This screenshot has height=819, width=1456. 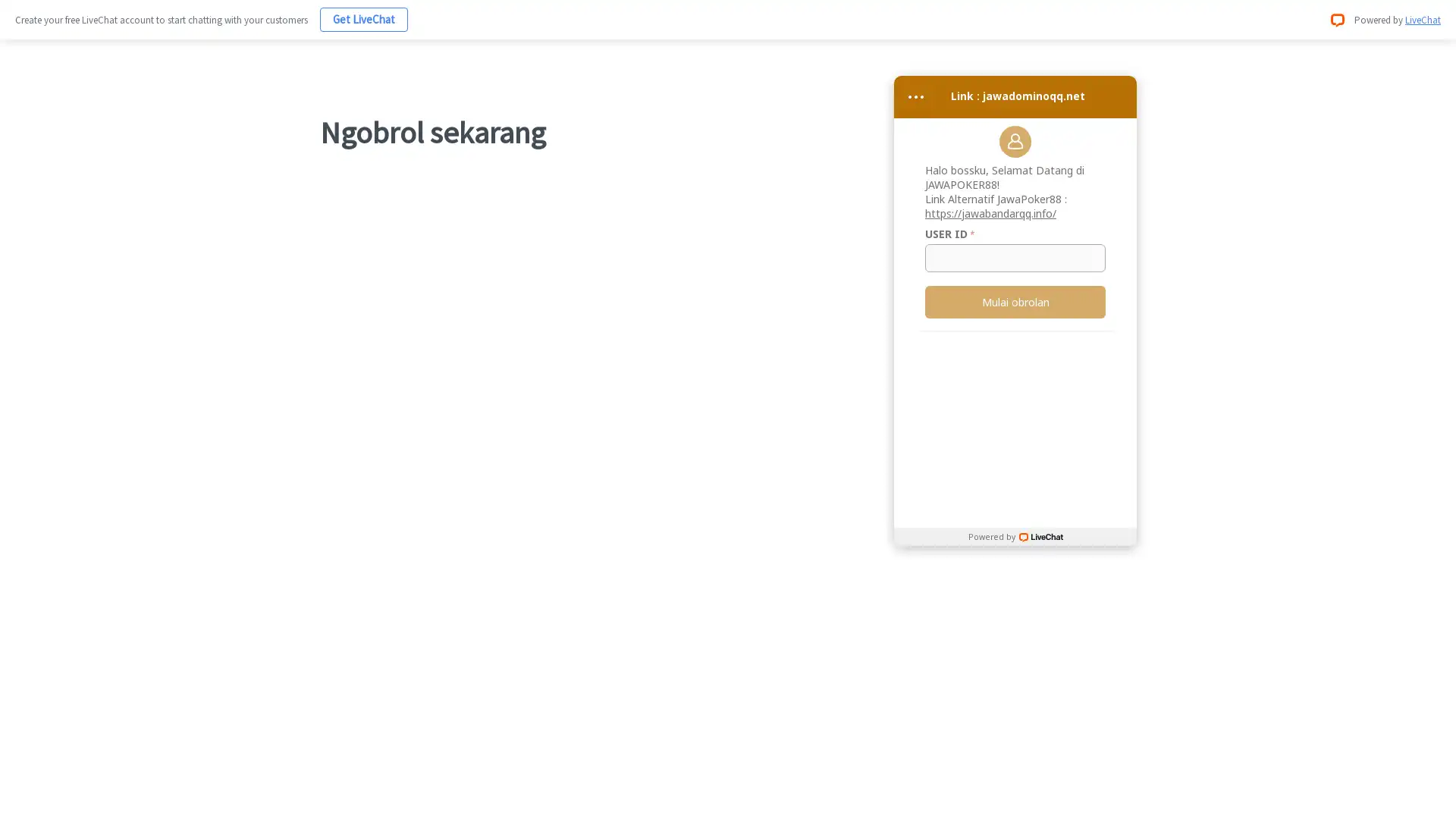 What do you see at coordinates (364, 19) in the screenshot?
I see `Get LiveChat` at bounding box center [364, 19].